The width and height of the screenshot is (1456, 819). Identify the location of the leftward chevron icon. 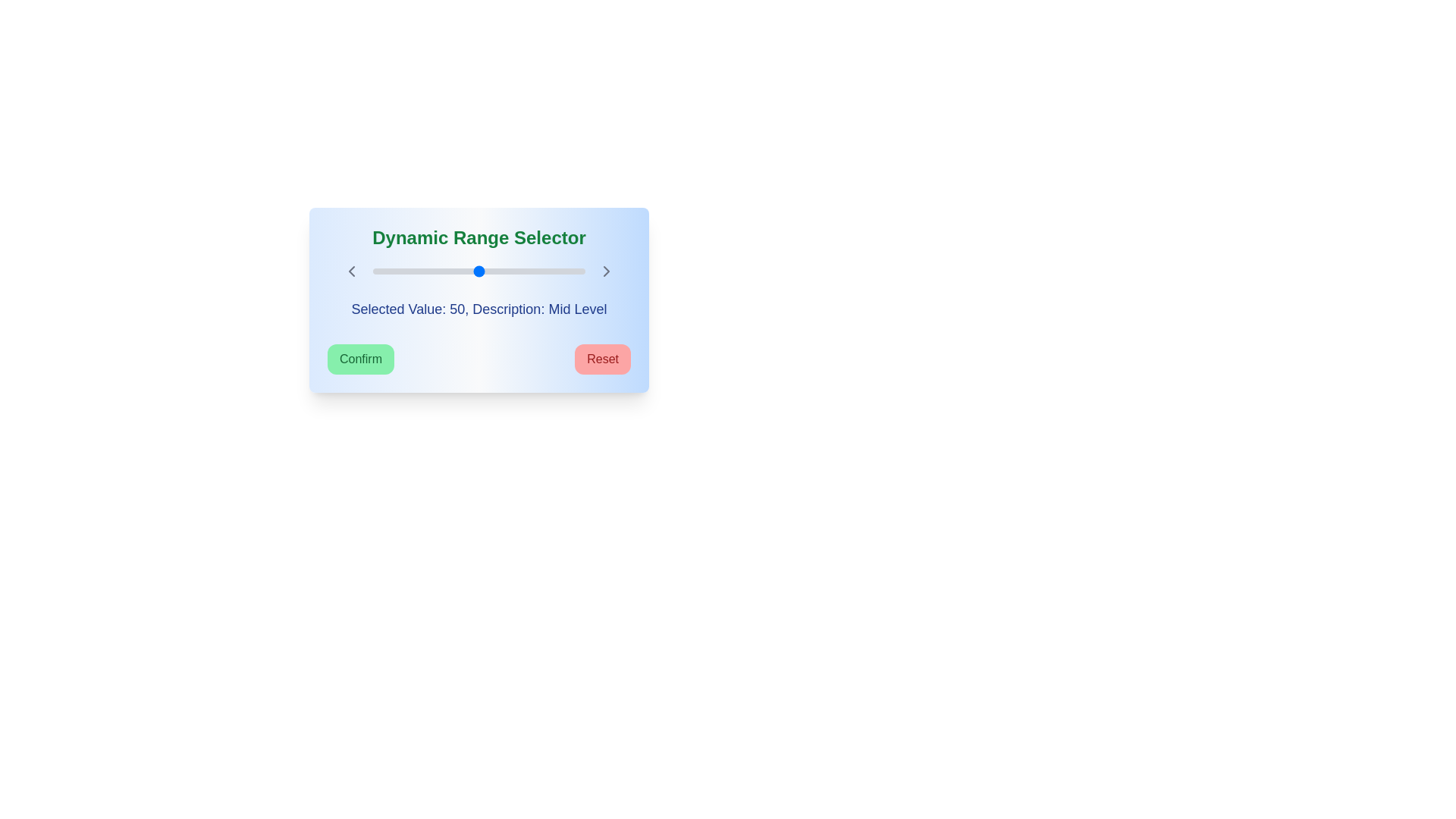
(351, 271).